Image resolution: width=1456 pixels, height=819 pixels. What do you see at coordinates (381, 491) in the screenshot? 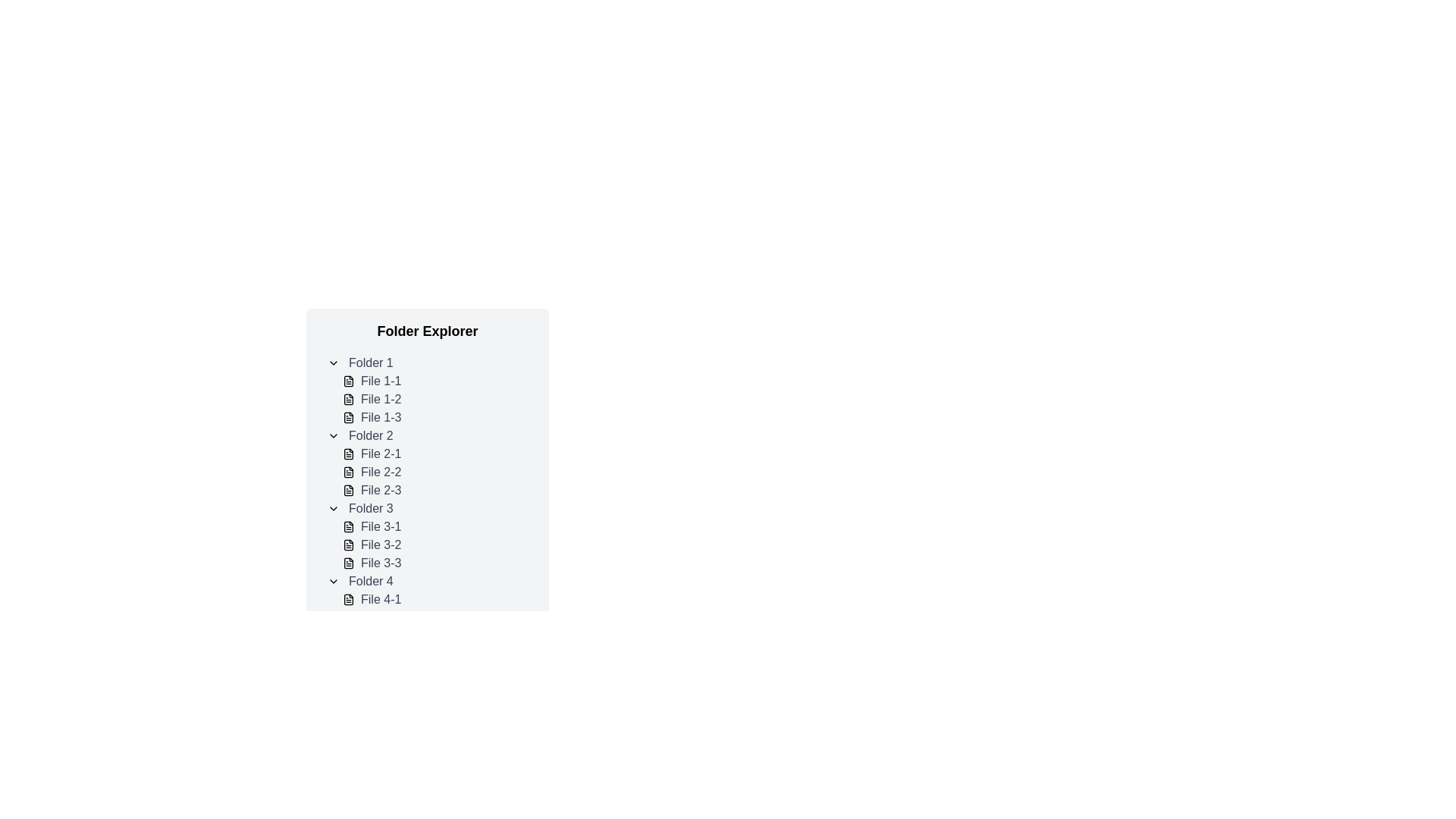
I see `the text label displaying 'File 2-3' in a gray font` at bounding box center [381, 491].